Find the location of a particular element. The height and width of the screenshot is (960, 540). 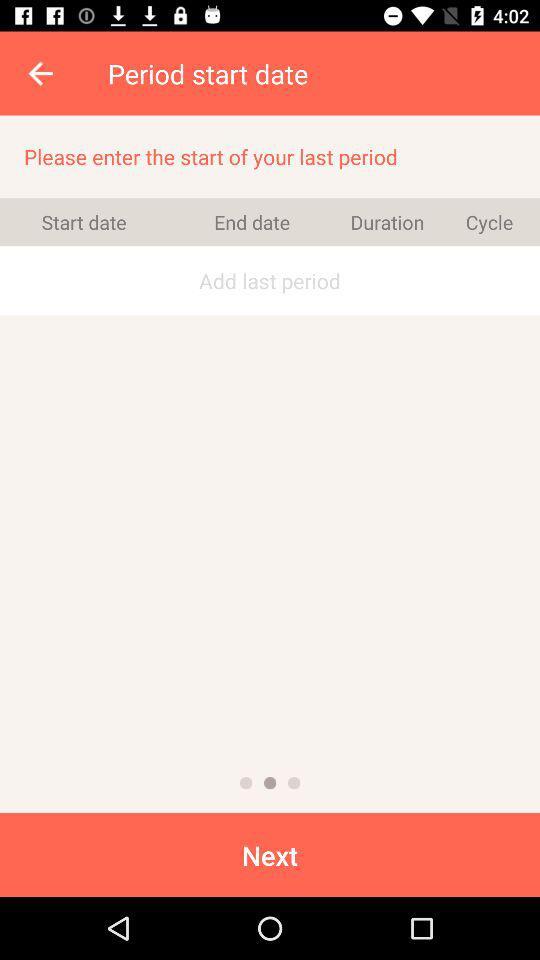

the icon above the next icon is located at coordinates (246, 783).